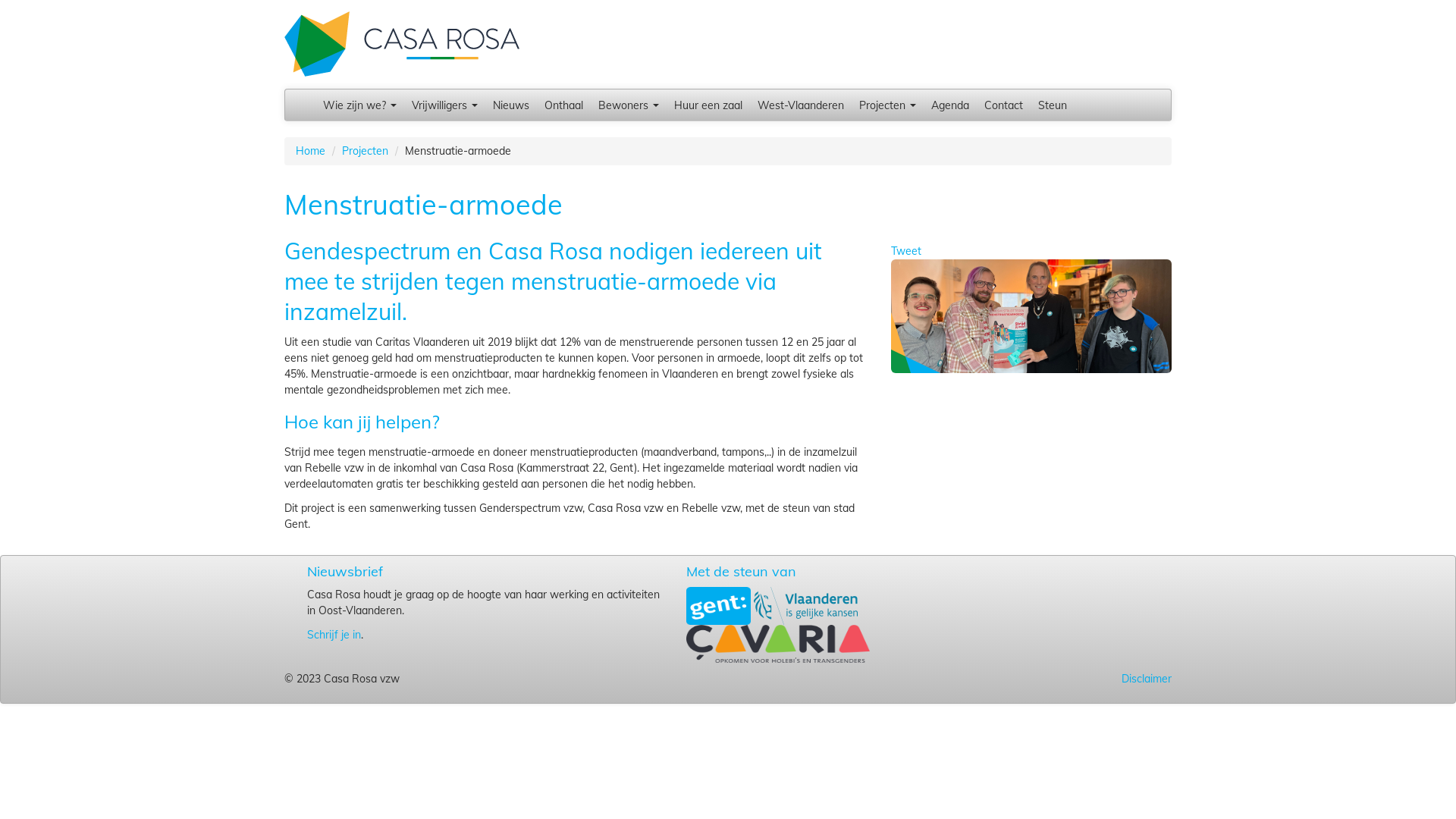 The image size is (1456, 819). Describe the element at coordinates (708, 104) in the screenshot. I see `'Huur een zaal'` at that location.